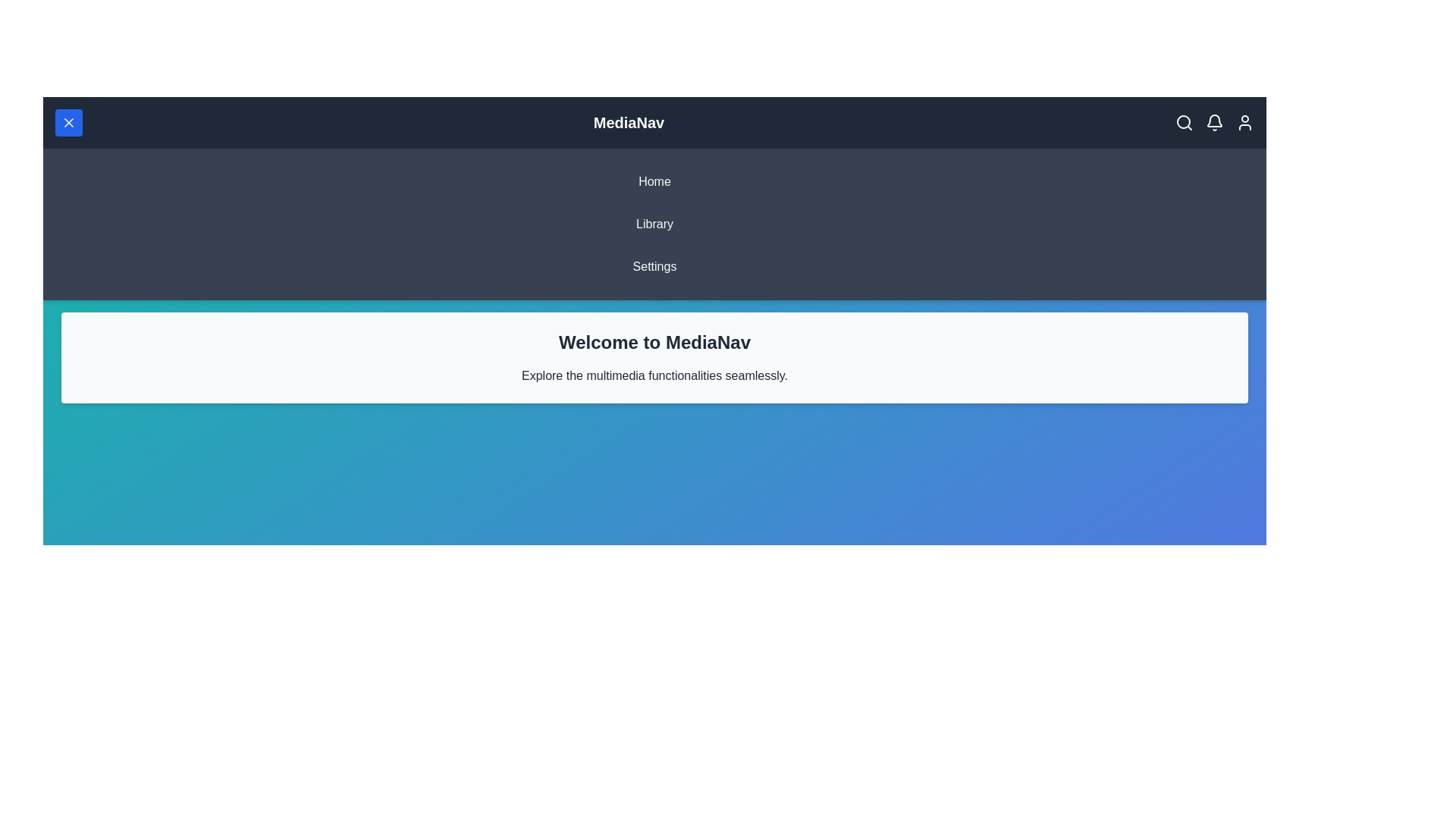  I want to click on the 'Library' menu item in the sidebar, so click(654, 224).